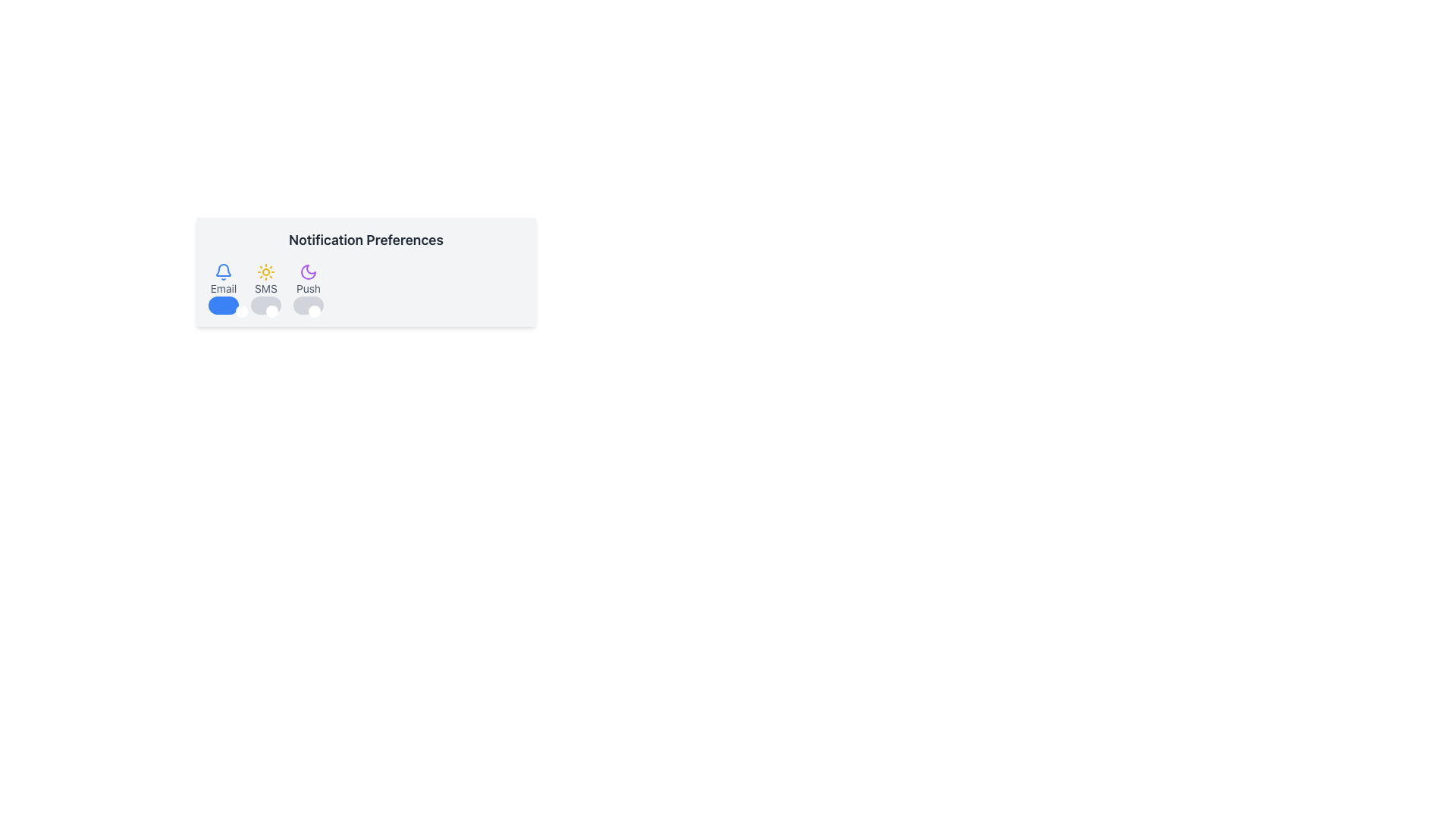 Image resolution: width=1456 pixels, height=819 pixels. Describe the element at coordinates (265, 271) in the screenshot. I see `the SMS notification icon located at the top of the SMS section, centered above the text label 'SMS'` at that location.